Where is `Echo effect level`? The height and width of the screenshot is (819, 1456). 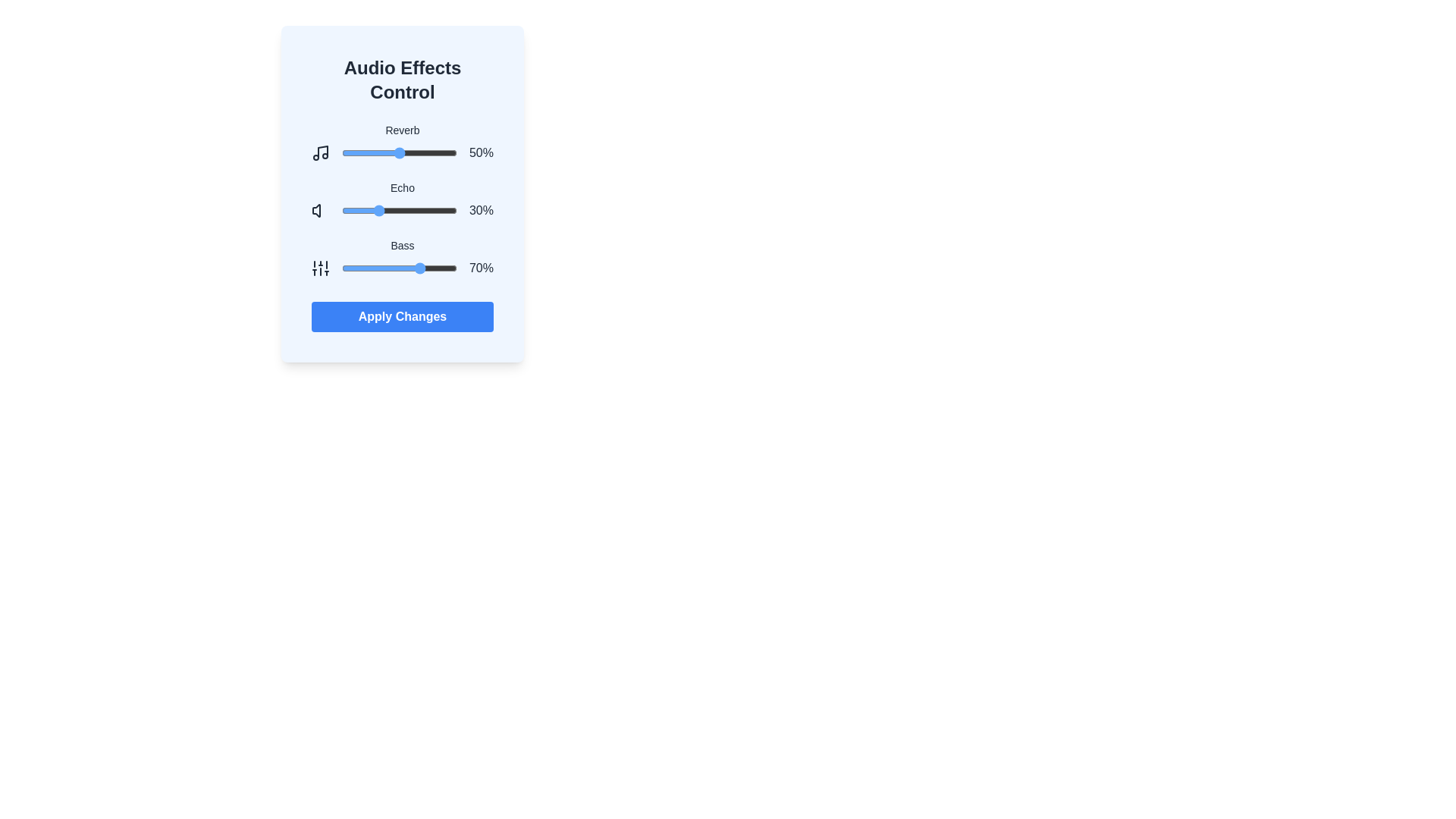 Echo effect level is located at coordinates (405, 210).